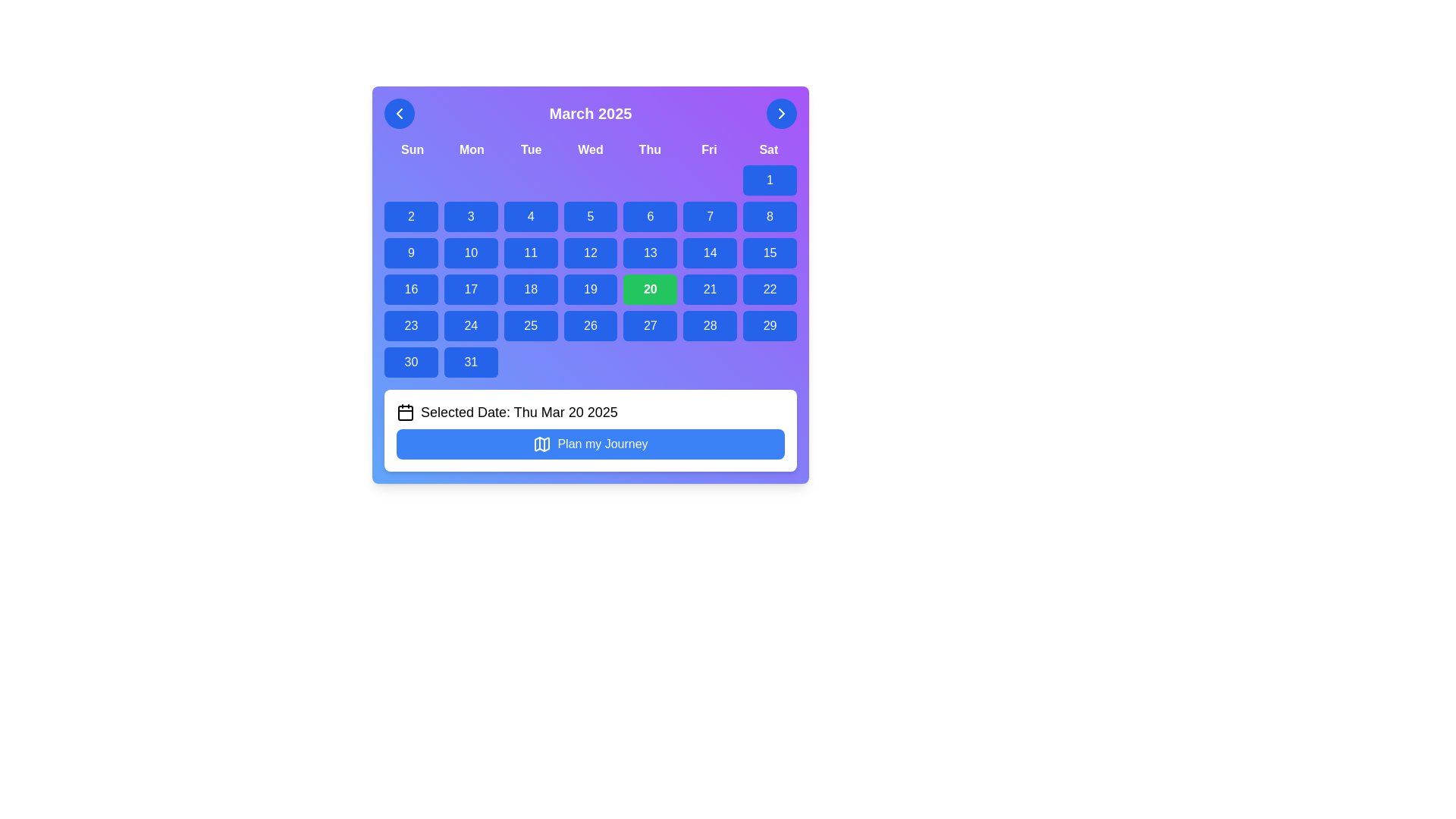 Image resolution: width=1456 pixels, height=819 pixels. Describe the element at coordinates (589, 216) in the screenshot. I see `the clickable date selector button for the date '5' located in the second row of the calendar grid below the 'Wed' header` at that location.